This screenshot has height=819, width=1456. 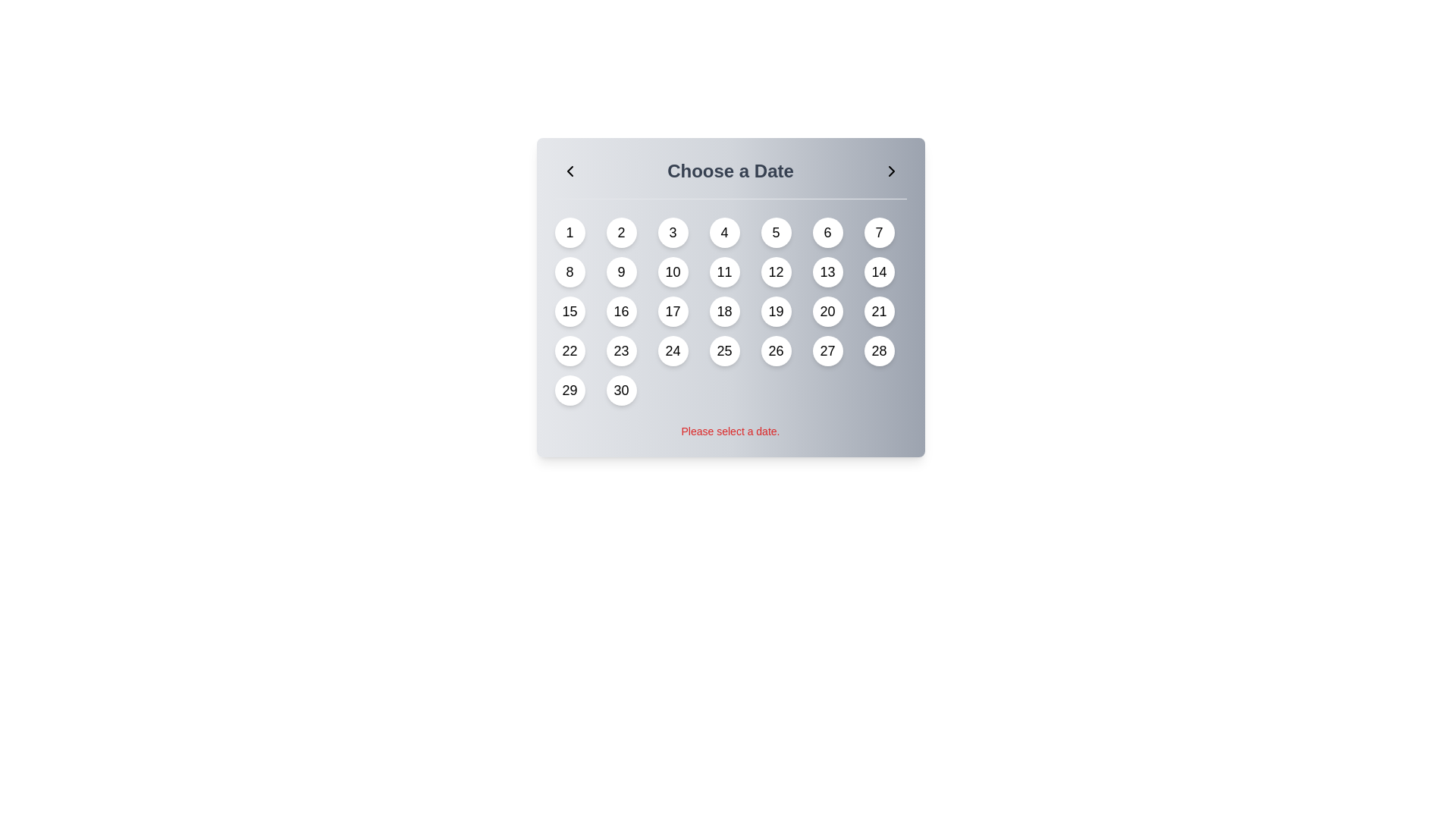 I want to click on the date '8' button in the calendar grid, so click(x=569, y=271).